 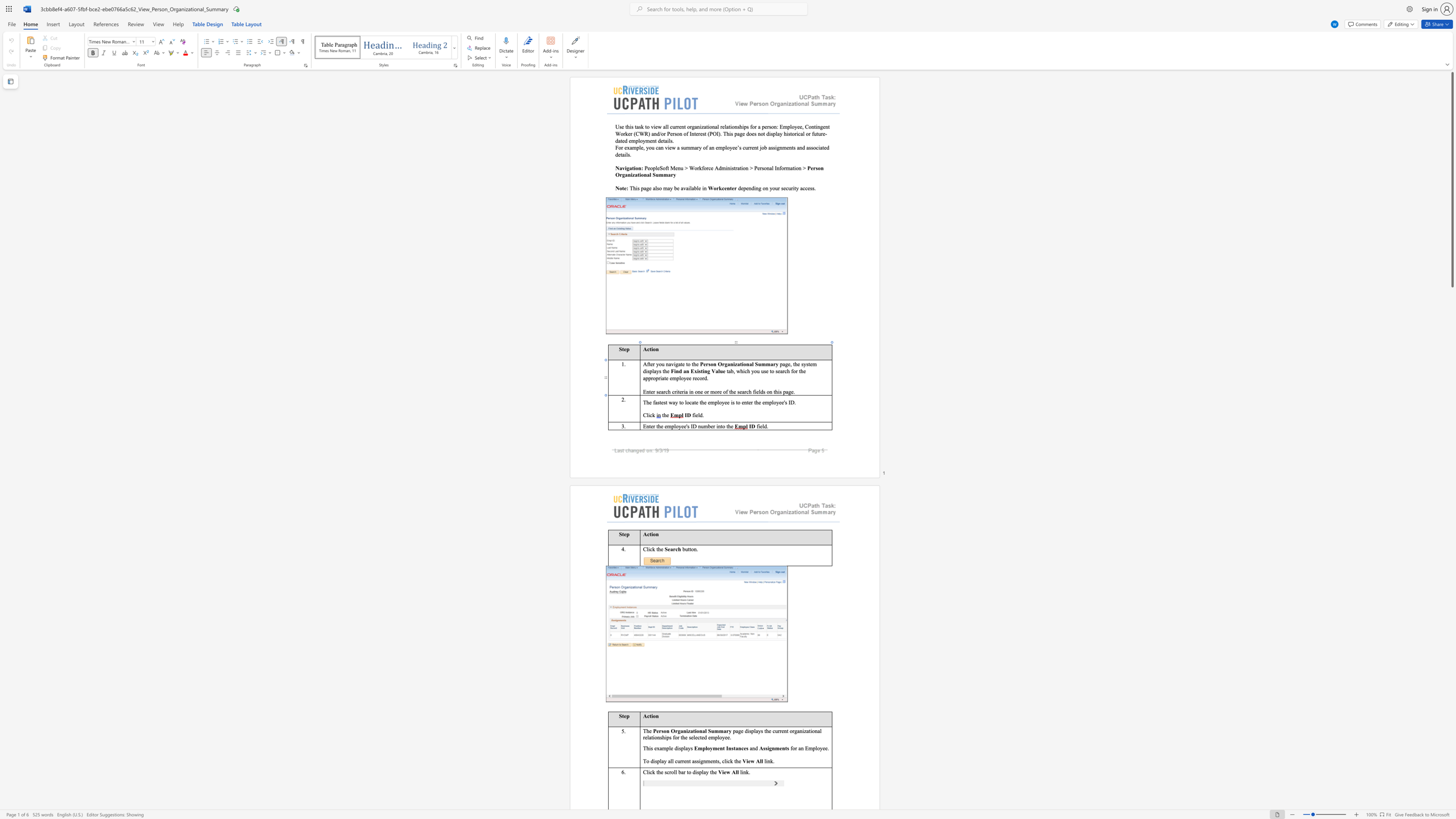 What do you see at coordinates (670, 761) in the screenshot?
I see `the space between the continuous character "a" and "l" in the text` at bounding box center [670, 761].